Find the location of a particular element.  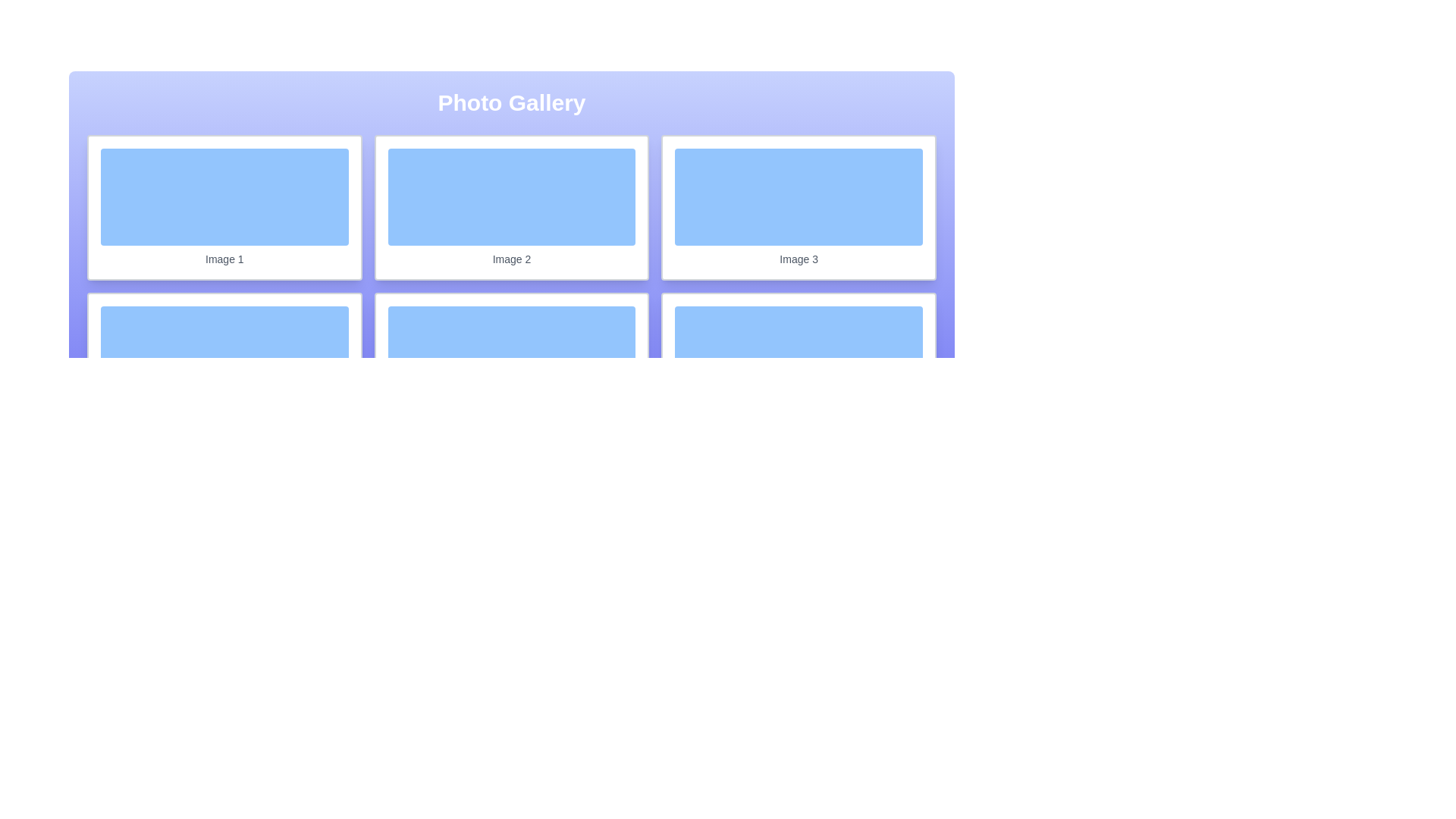

the first card in the grid layout representing 'Image 1' is located at coordinates (224, 207).